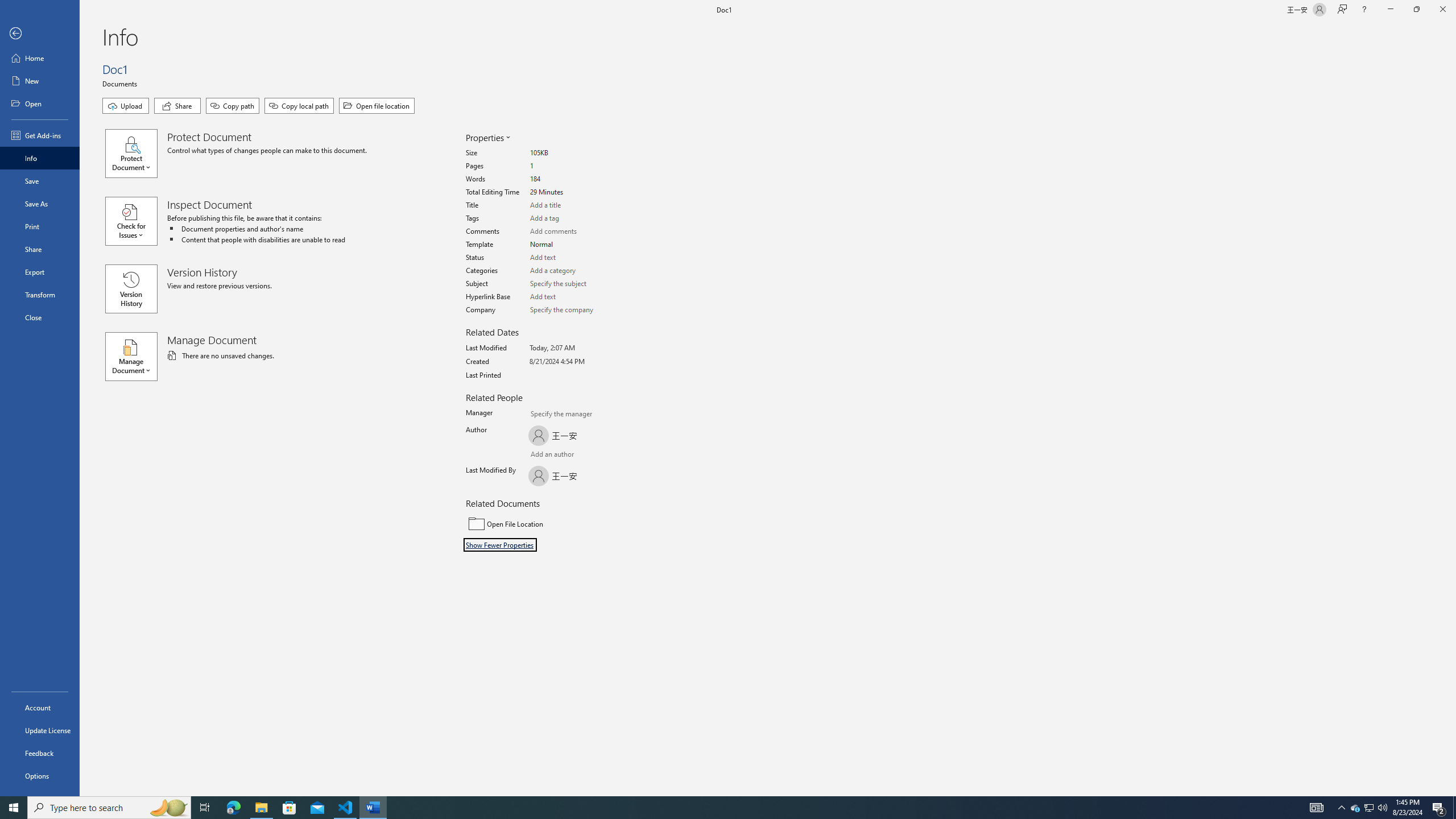 Image resolution: width=1456 pixels, height=819 pixels. Describe the element at coordinates (572, 153) in the screenshot. I see `'Size'` at that location.